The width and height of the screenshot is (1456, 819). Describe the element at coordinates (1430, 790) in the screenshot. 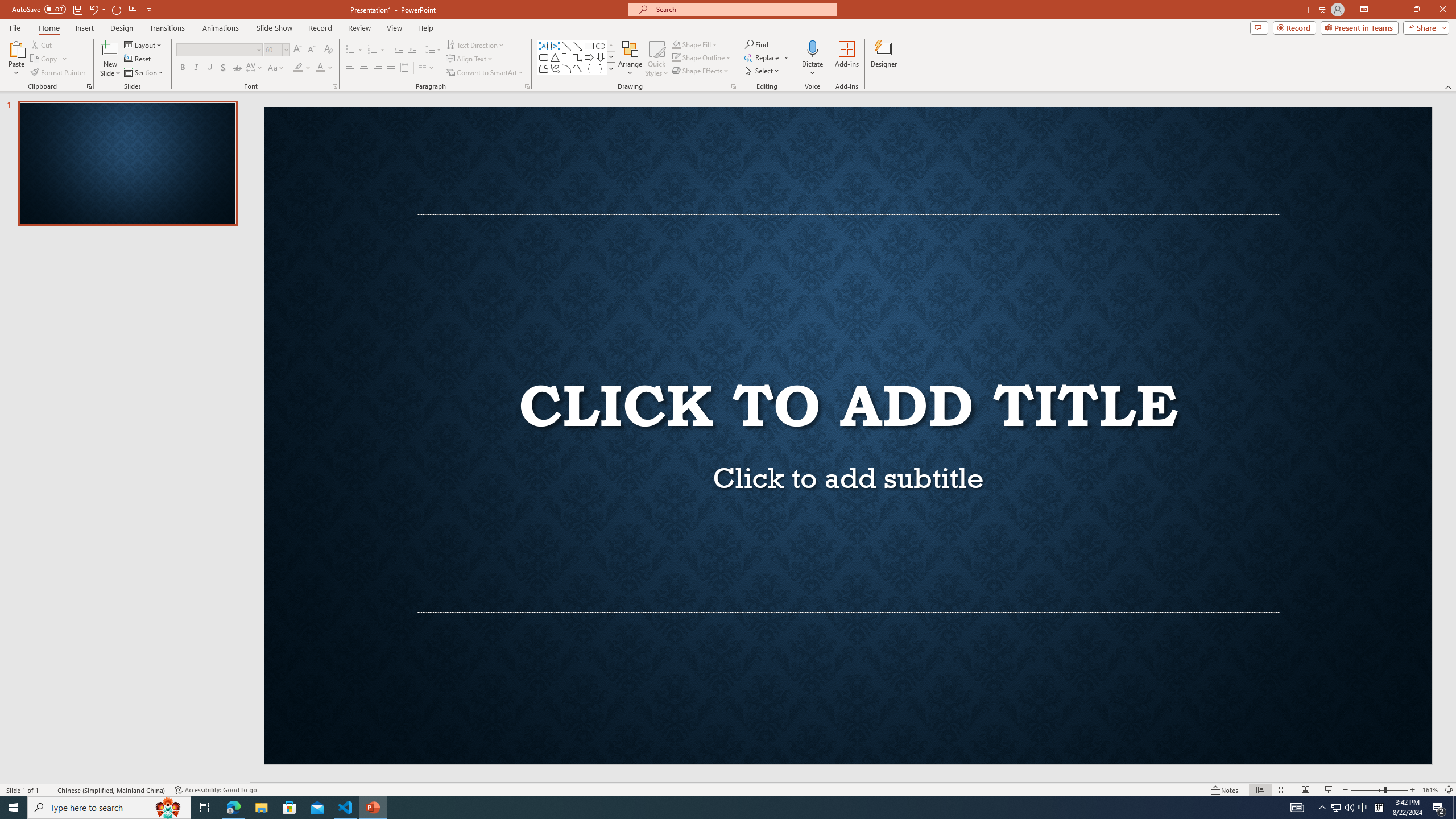

I see `'Zoom 161%'` at that location.